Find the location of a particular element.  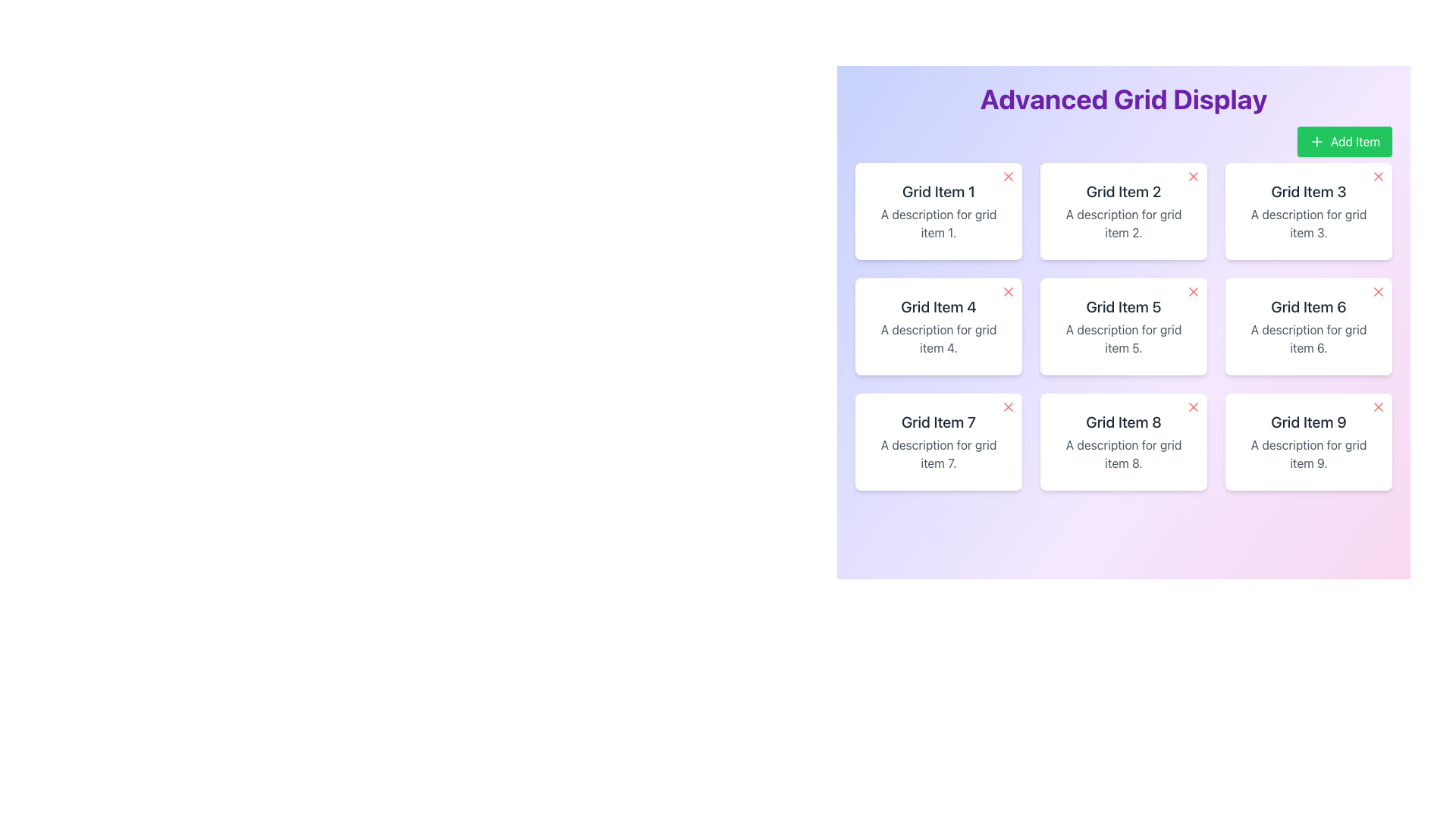

the text label displaying 'Grid Item 4', which is styled with a bold font and gray color, located in the second column of the second row of the grid layout is located at coordinates (938, 307).